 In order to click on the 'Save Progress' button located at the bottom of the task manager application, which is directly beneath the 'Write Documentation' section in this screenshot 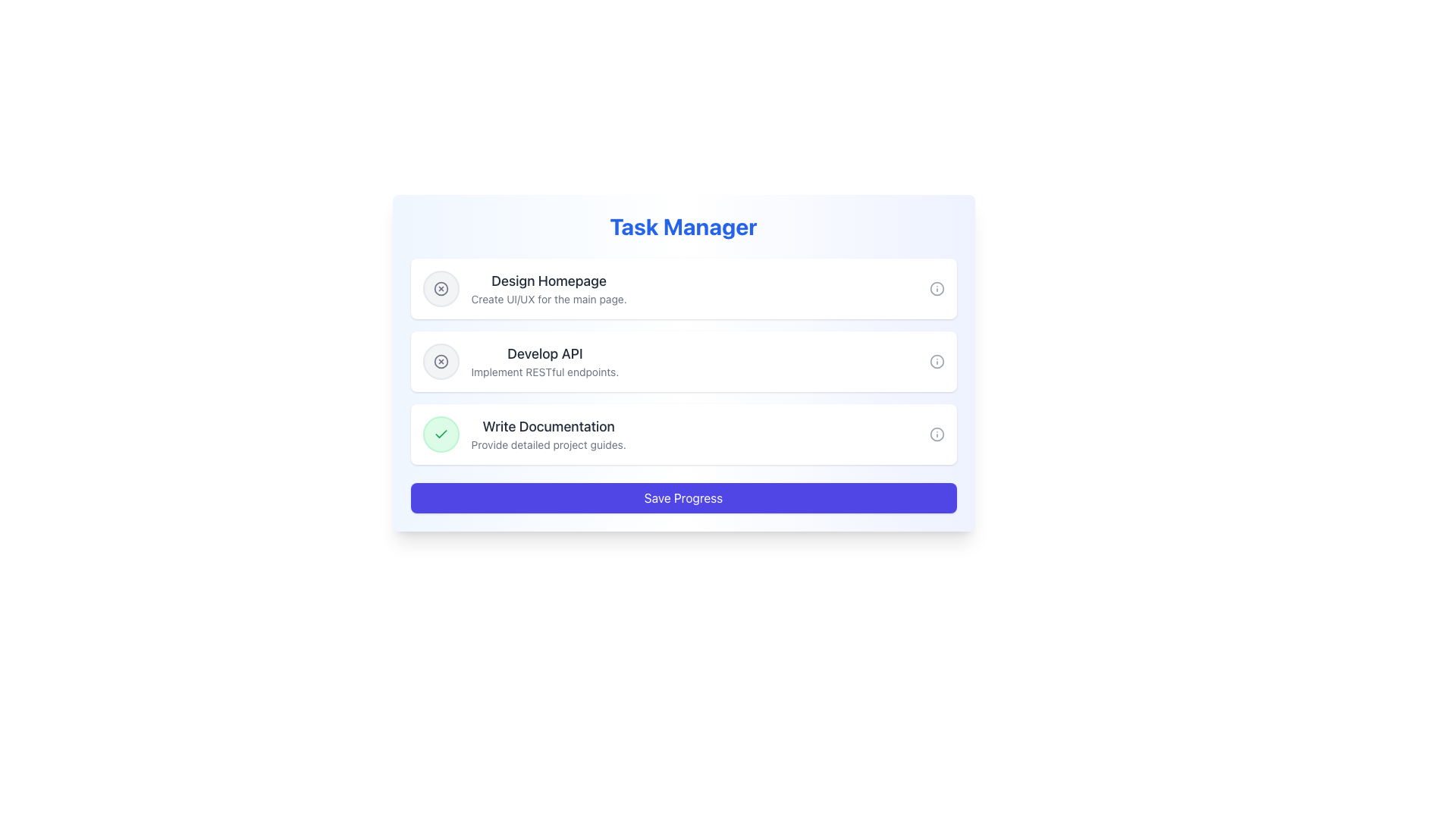, I will do `click(682, 497)`.